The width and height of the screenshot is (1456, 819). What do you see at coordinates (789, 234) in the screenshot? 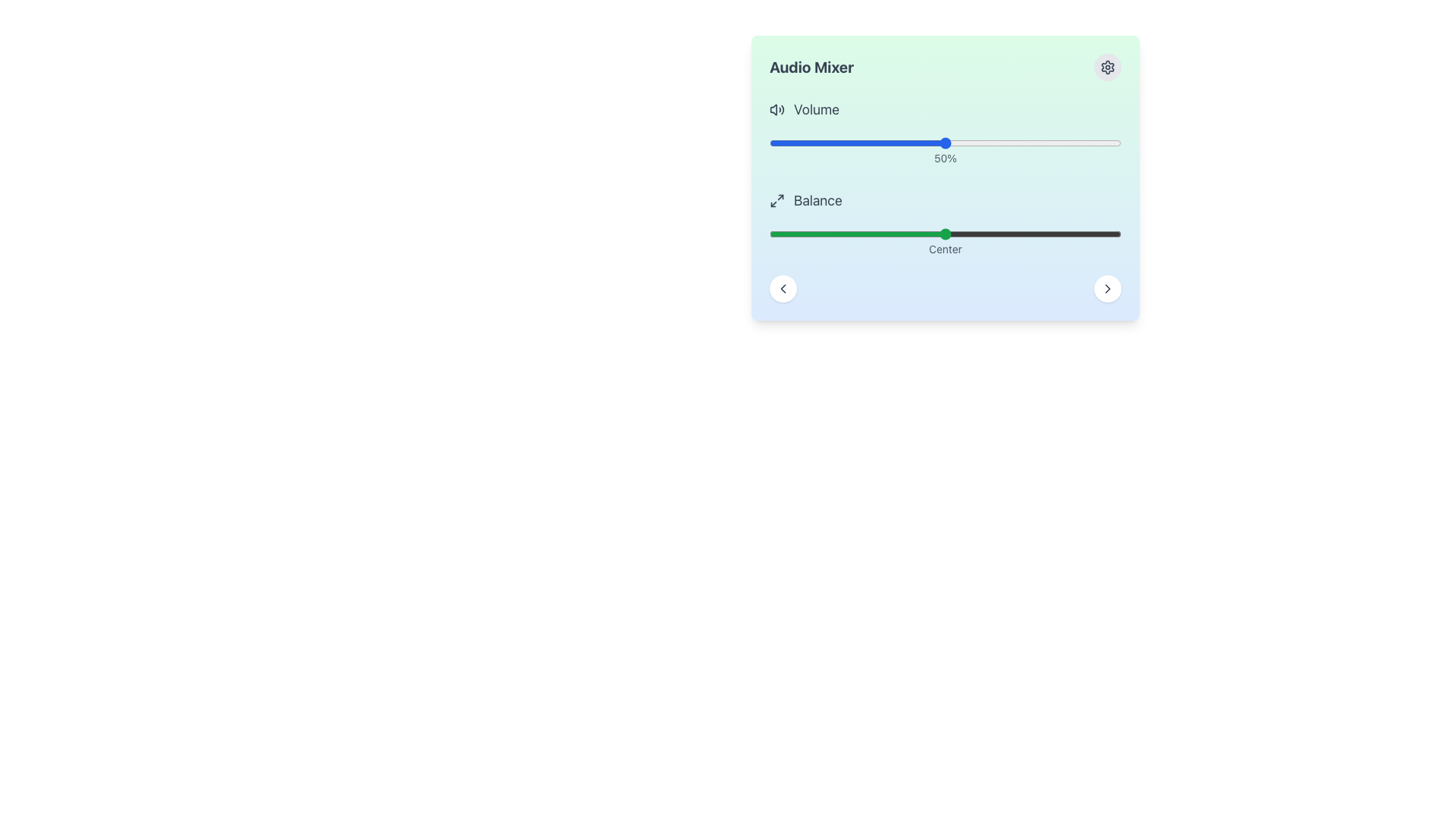
I see `balance` at bounding box center [789, 234].